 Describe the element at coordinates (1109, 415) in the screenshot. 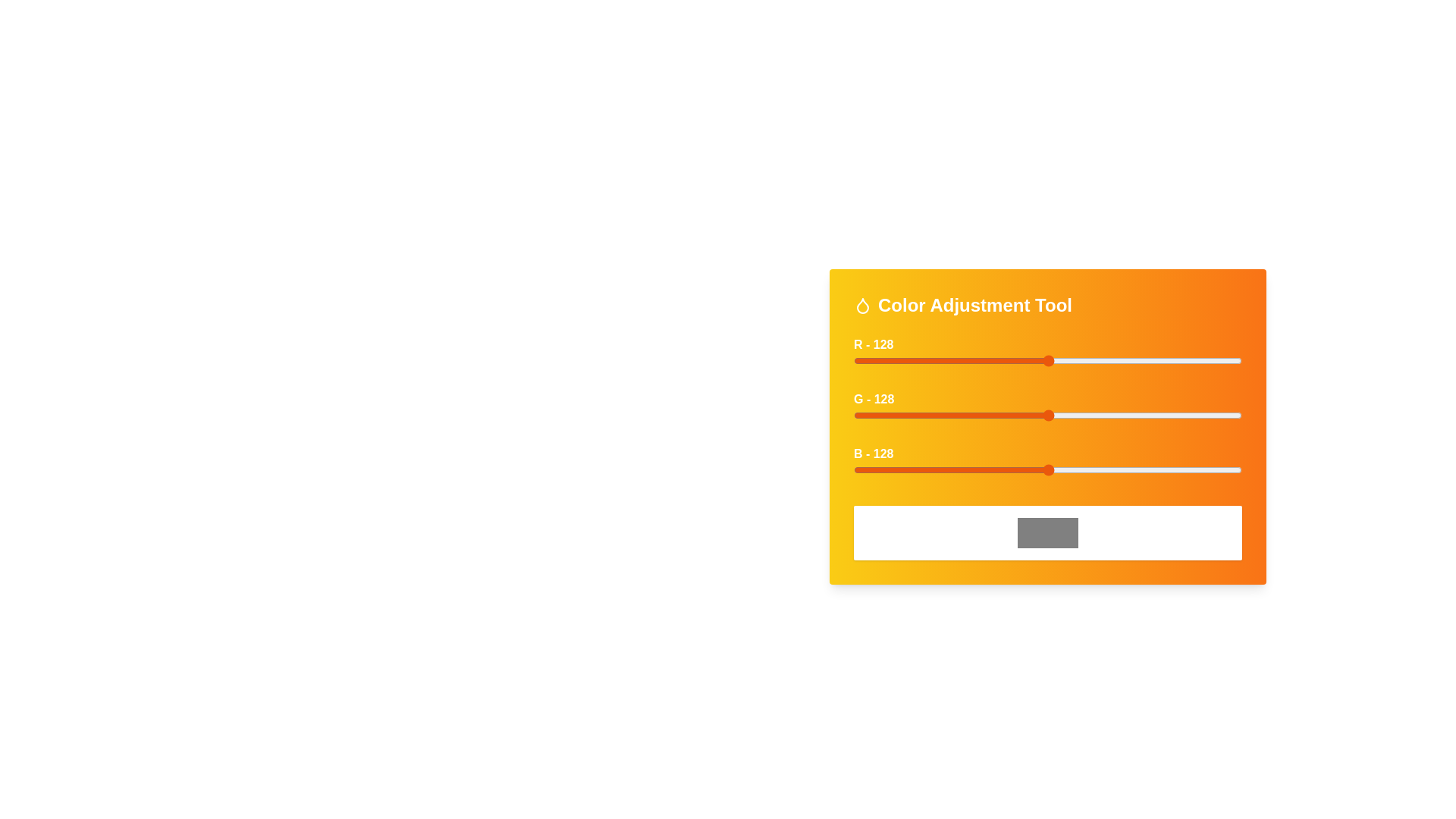

I see `the green slider to set the green intensity to 168` at that location.